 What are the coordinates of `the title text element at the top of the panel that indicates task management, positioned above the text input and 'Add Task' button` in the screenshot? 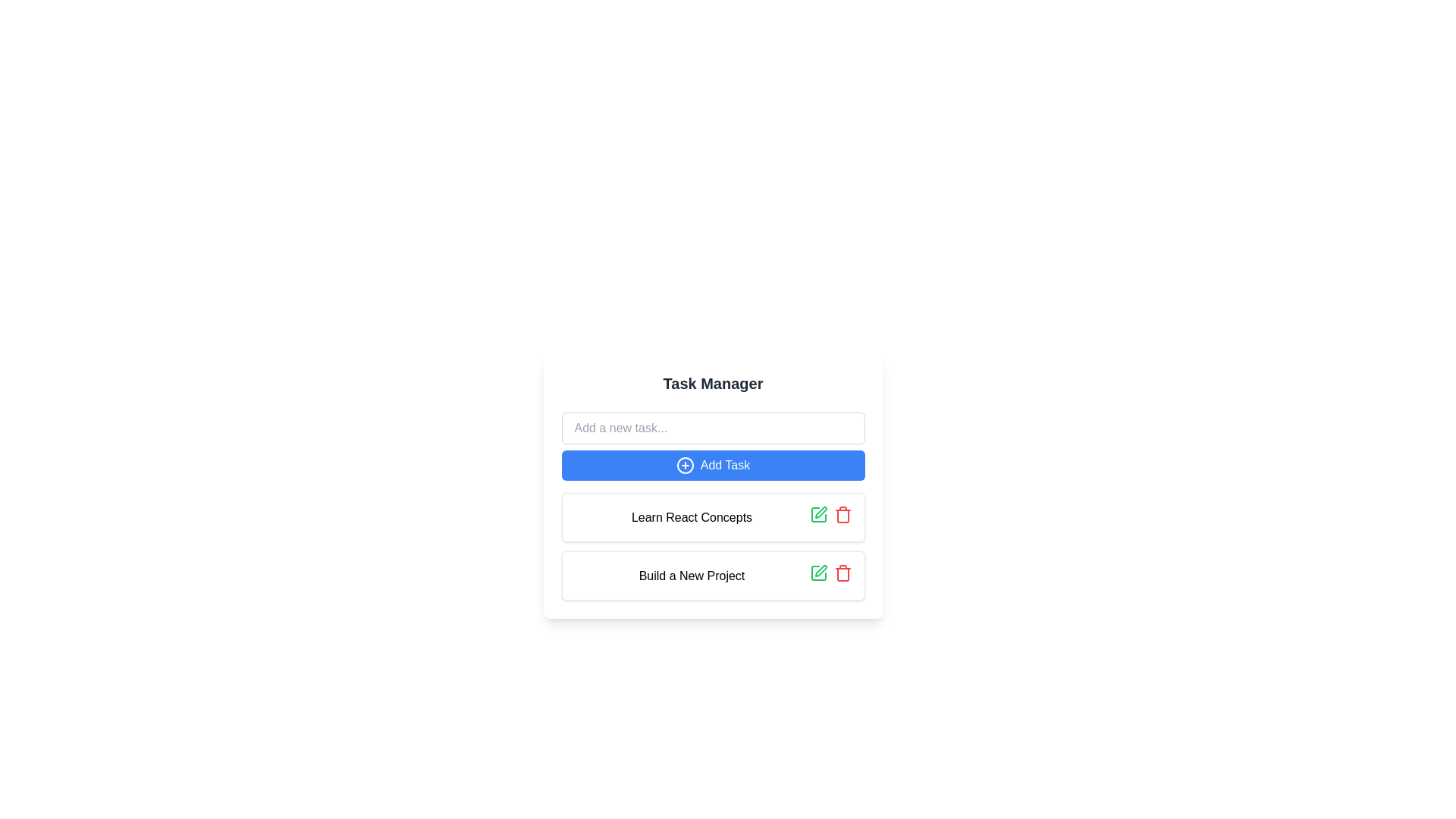 It's located at (712, 382).